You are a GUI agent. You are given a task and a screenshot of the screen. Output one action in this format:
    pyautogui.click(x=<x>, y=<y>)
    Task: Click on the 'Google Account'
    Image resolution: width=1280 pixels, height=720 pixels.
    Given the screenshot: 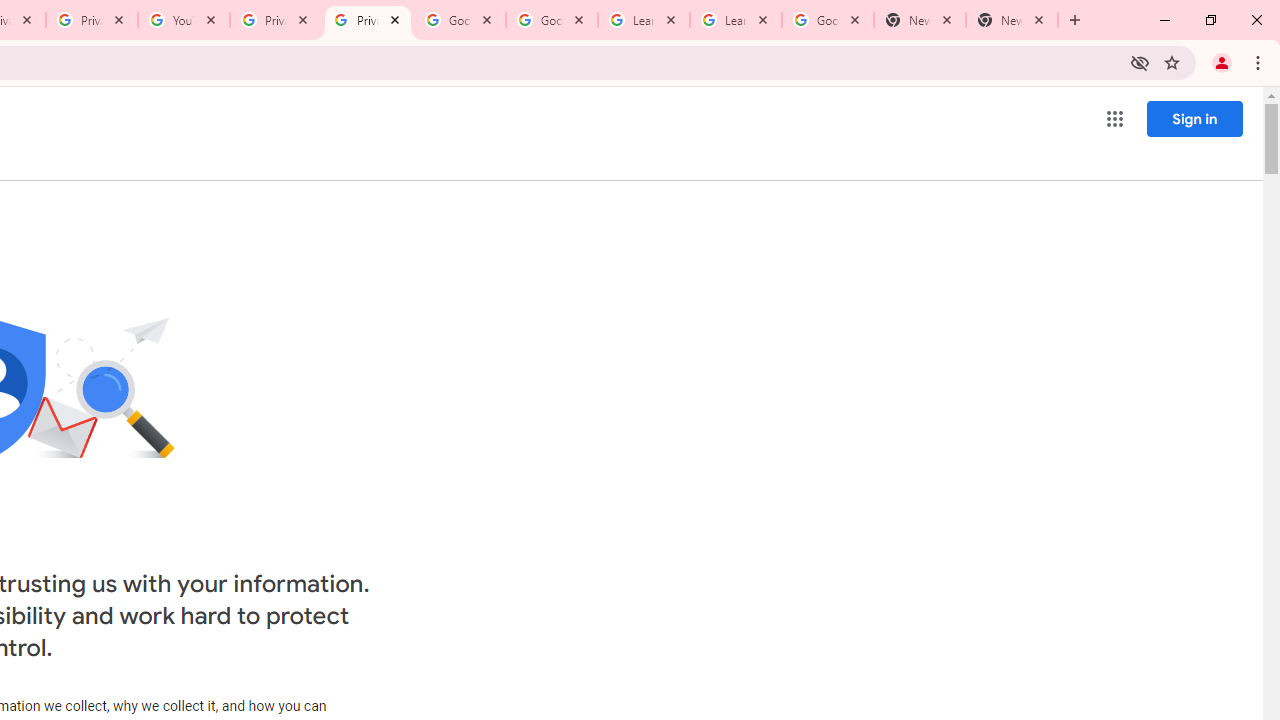 What is the action you would take?
    pyautogui.click(x=828, y=20)
    